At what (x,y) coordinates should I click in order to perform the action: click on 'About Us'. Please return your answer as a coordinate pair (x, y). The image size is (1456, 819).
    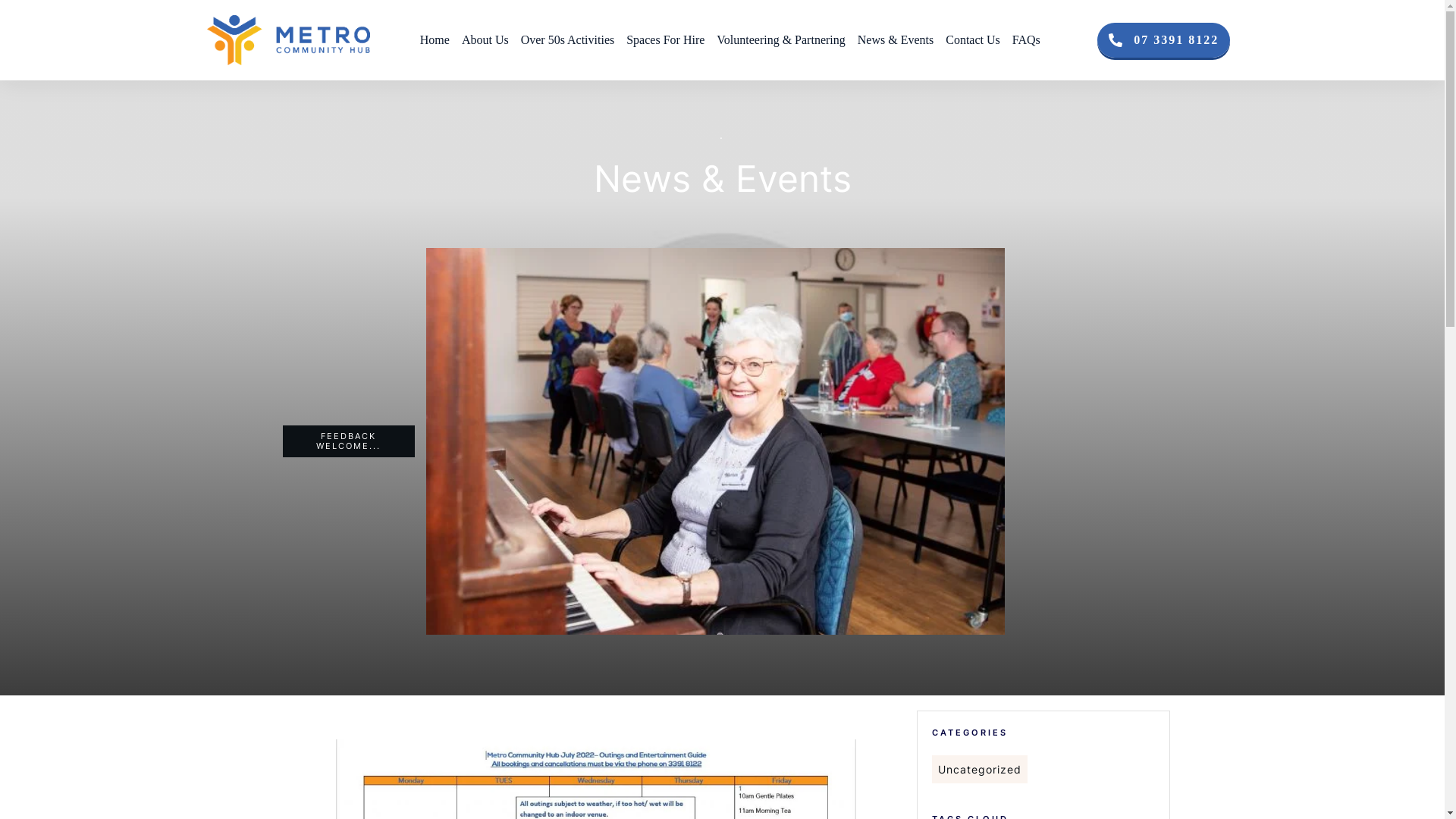
    Looking at the image, I should click on (461, 39).